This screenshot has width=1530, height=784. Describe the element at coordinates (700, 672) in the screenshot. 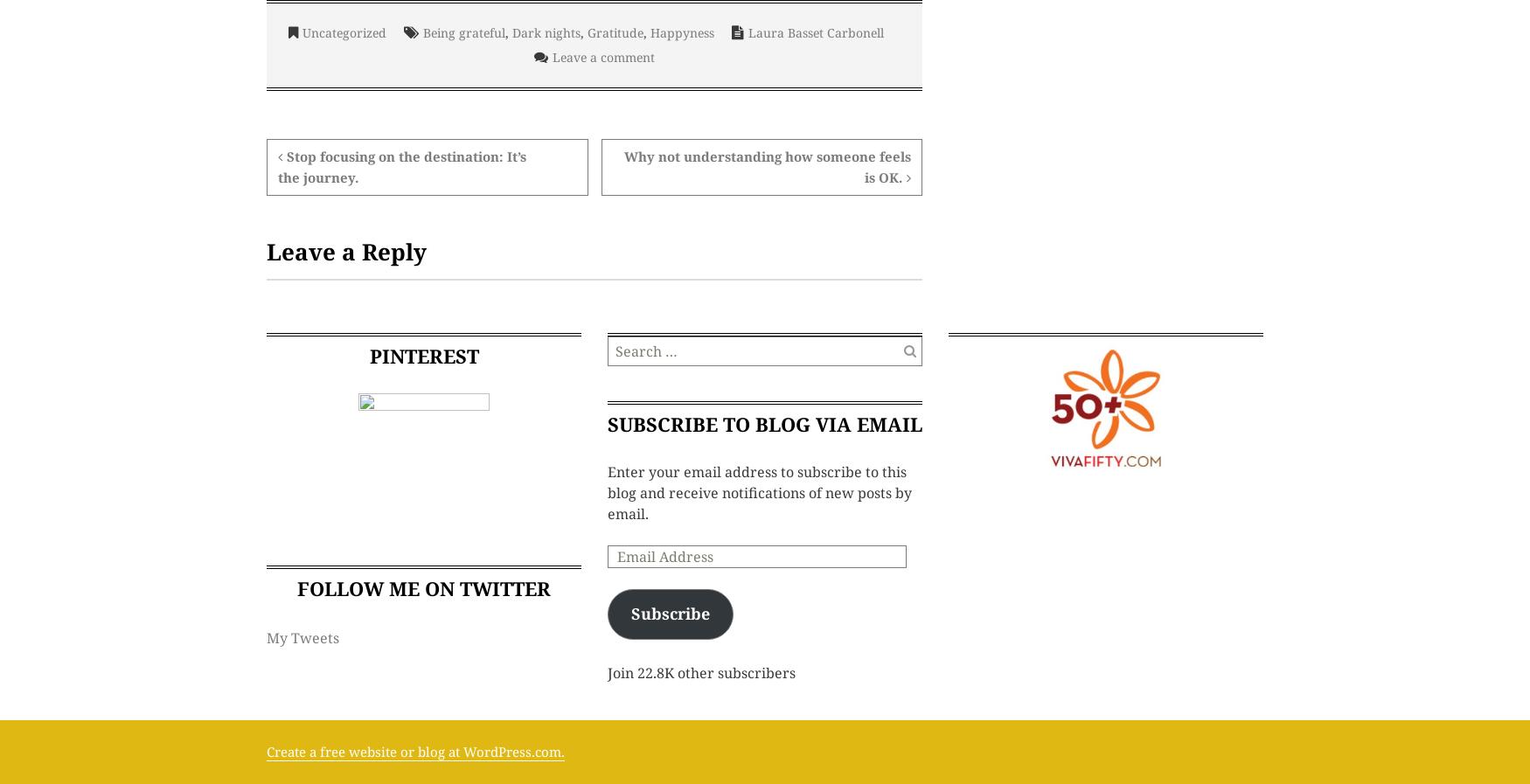

I see `'Join 22.8K other subscribers'` at that location.